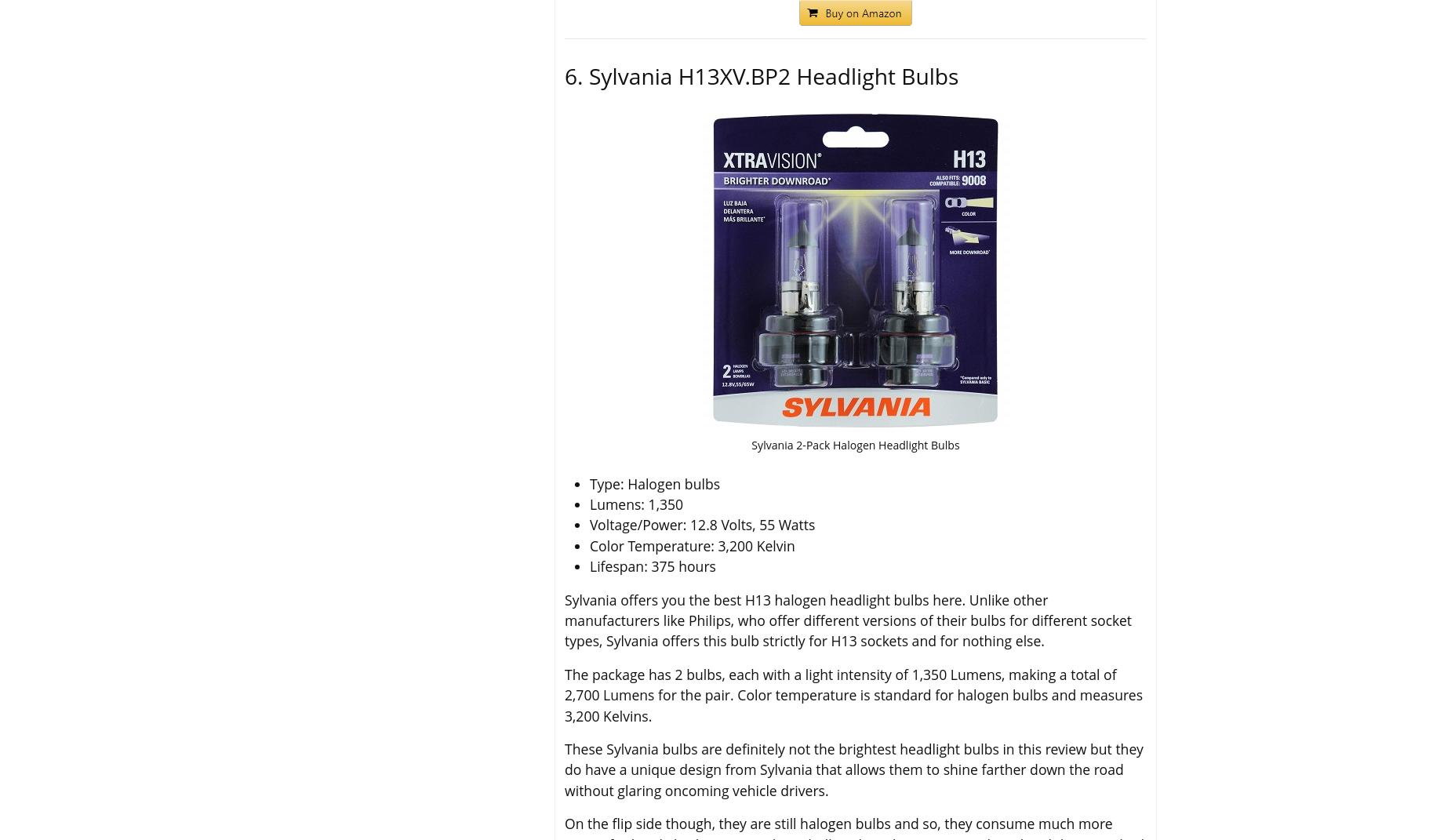 The height and width of the screenshot is (840, 1451). What do you see at coordinates (702, 523) in the screenshot?
I see `'Voltage/Power: 12.8 Volts, 55 Watts'` at bounding box center [702, 523].